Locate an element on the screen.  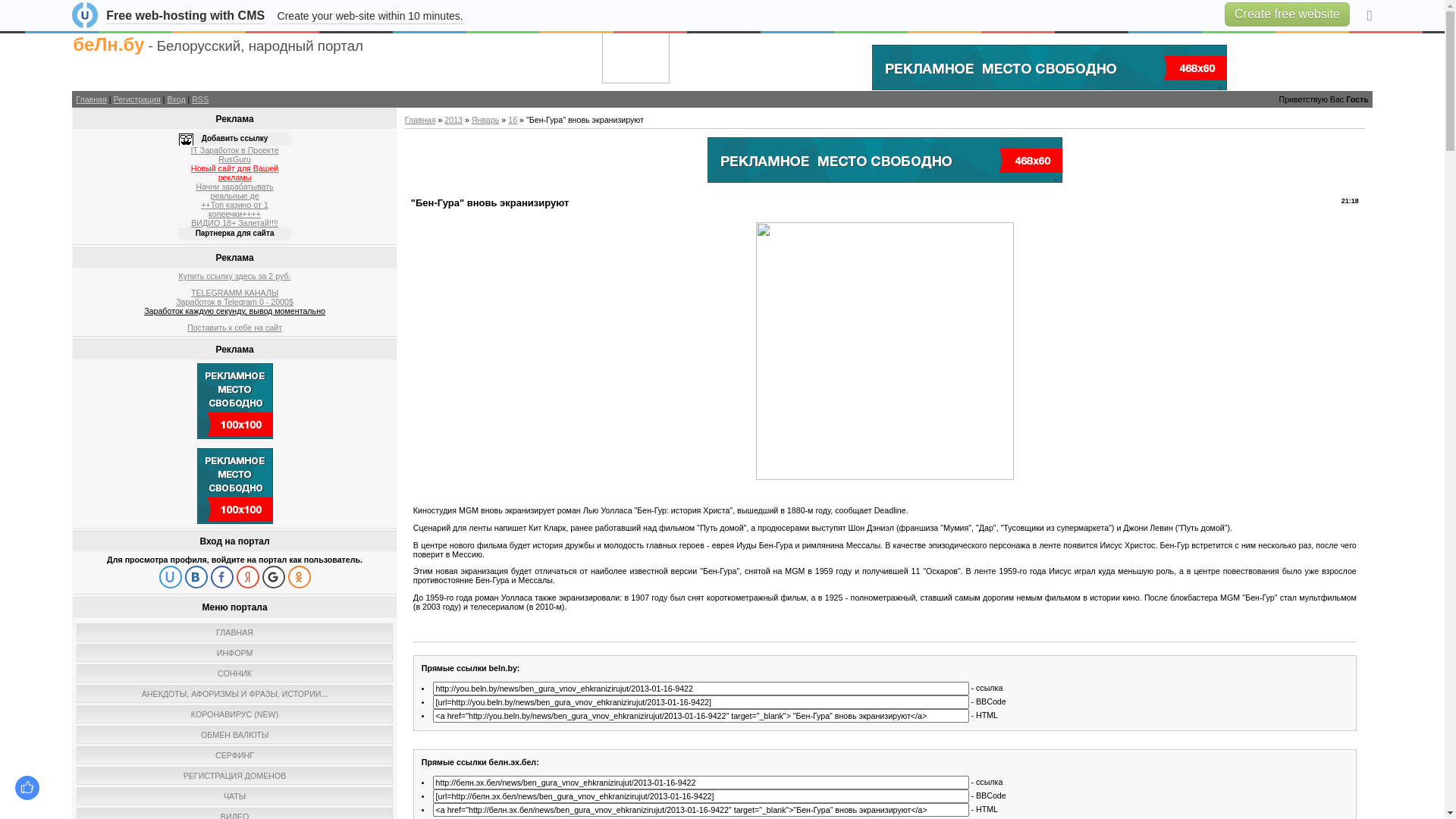
'RSS' is located at coordinates (191, 99).